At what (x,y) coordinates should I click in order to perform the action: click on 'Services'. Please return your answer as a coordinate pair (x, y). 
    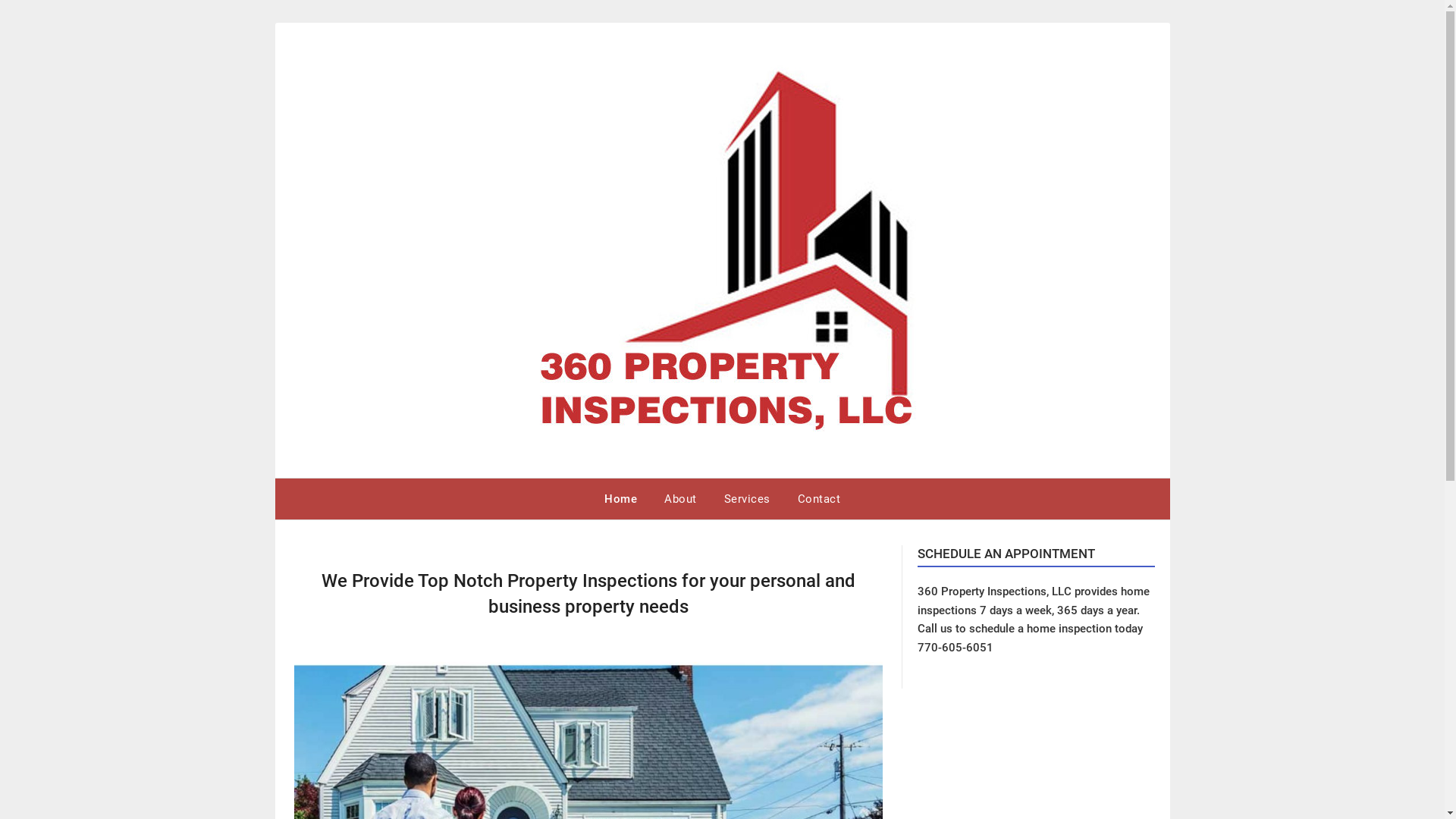
    Looking at the image, I should click on (746, 499).